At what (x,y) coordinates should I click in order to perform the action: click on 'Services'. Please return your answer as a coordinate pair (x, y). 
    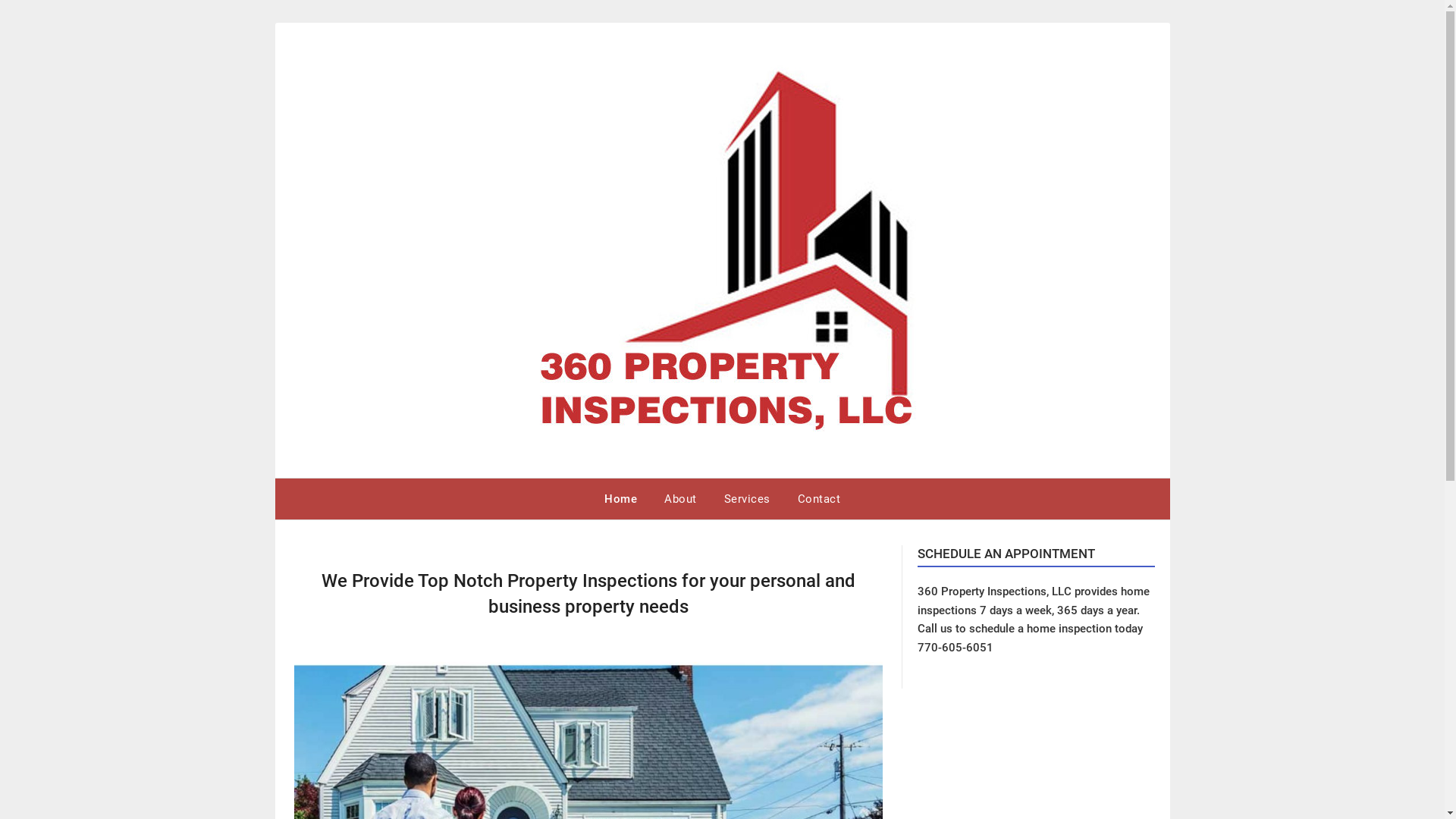
    Looking at the image, I should click on (746, 499).